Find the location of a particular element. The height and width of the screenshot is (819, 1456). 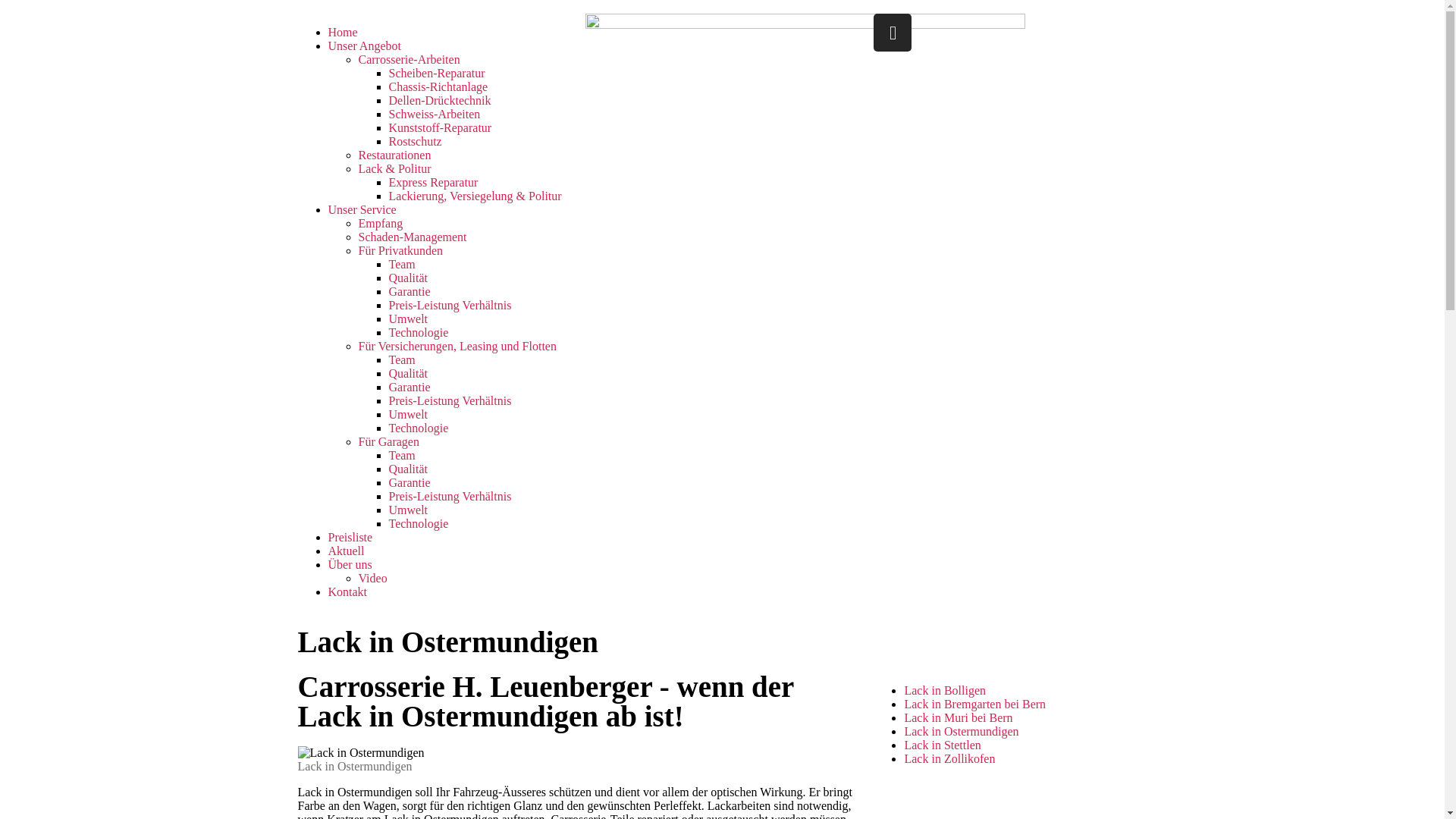

'Lack in Stettlen' is located at coordinates (941, 744).